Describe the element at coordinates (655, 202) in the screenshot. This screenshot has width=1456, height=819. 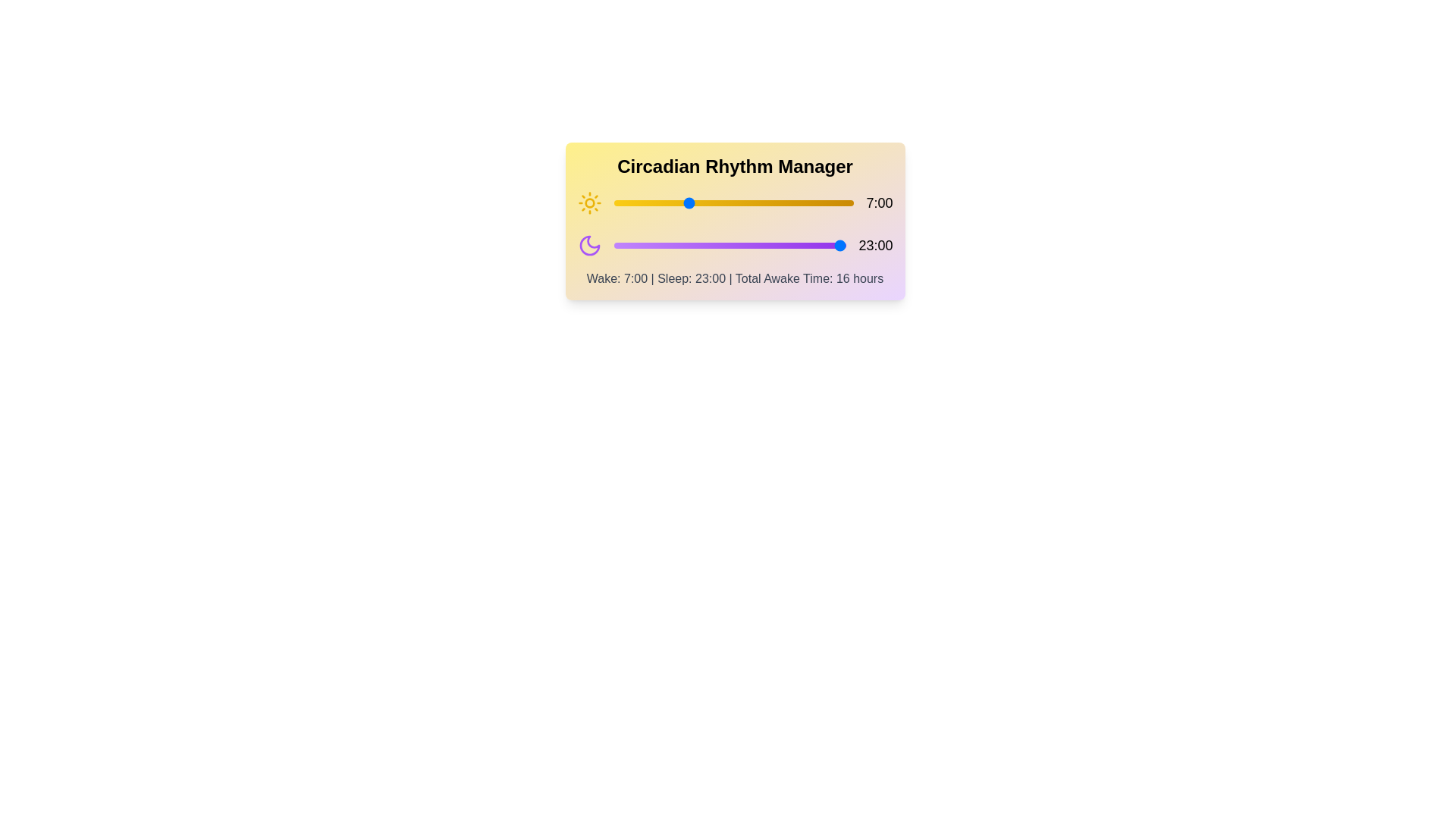
I see `the wake hour to 4 by moving the slider` at that location.